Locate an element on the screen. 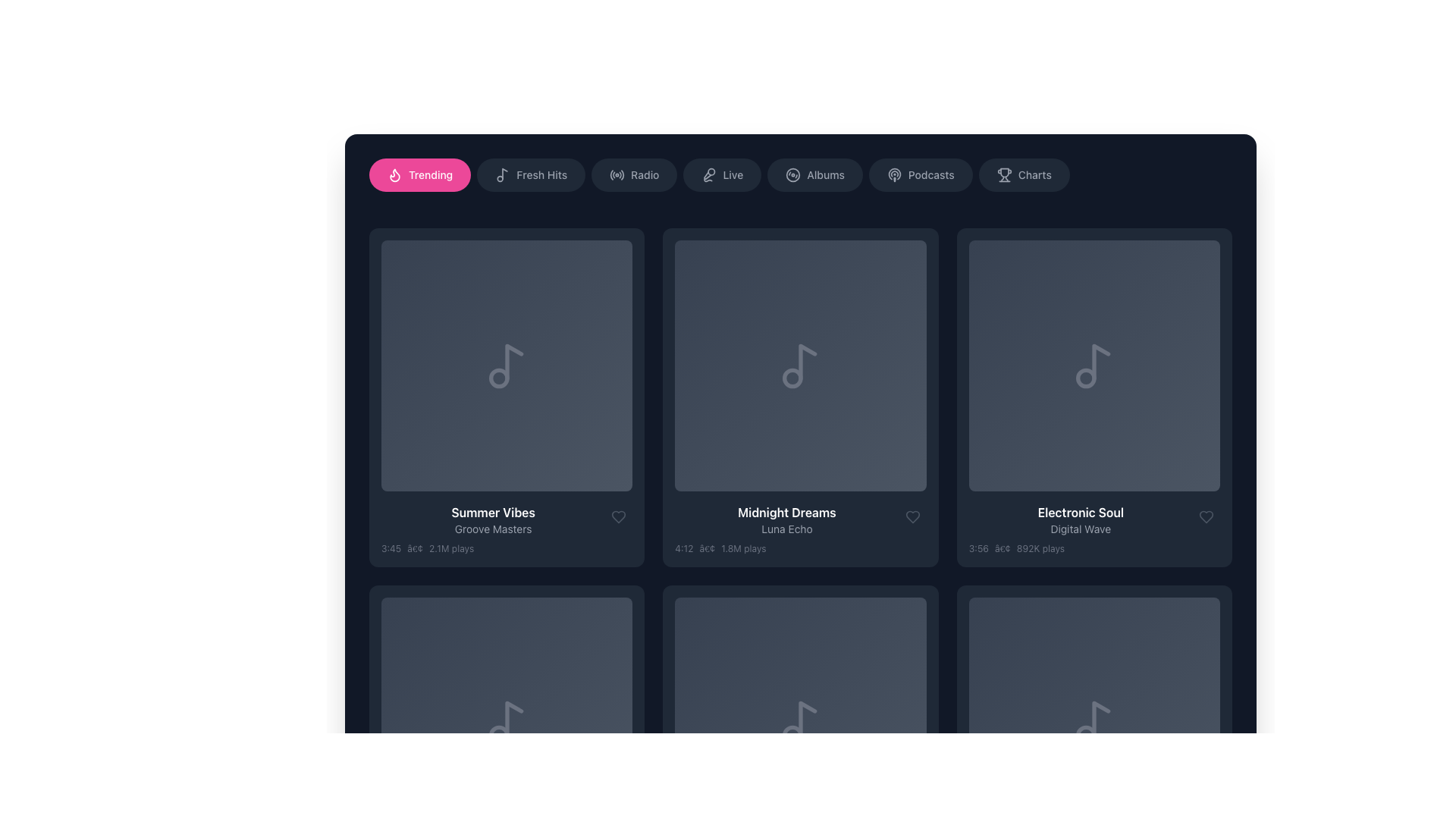 This screenshot has height=819, width=1456. text label 'Groove Masters' which is styled in a small, light gray font and positioned beneath the 'Summer Vibes' text label in the bottom-left quadrant of the interface is located at coordinates (493, 529).